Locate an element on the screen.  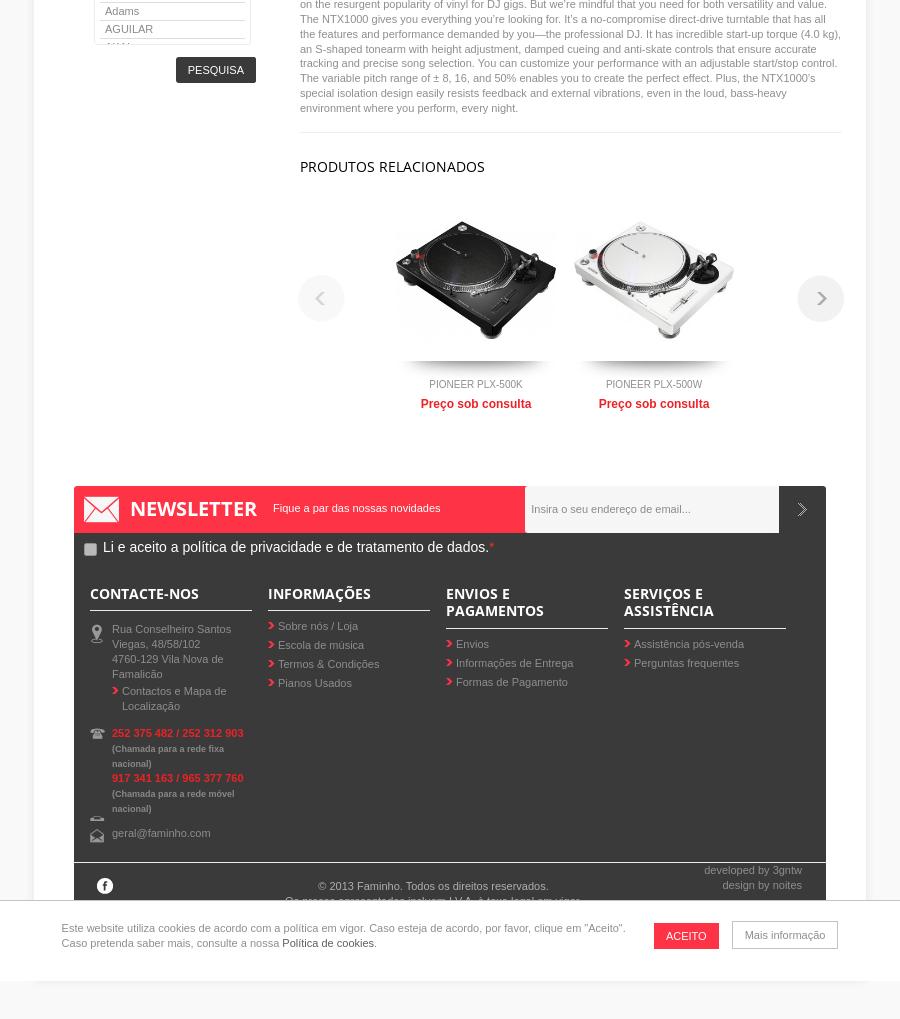
'Contacte-nos' is located at coordinates (144, 591).